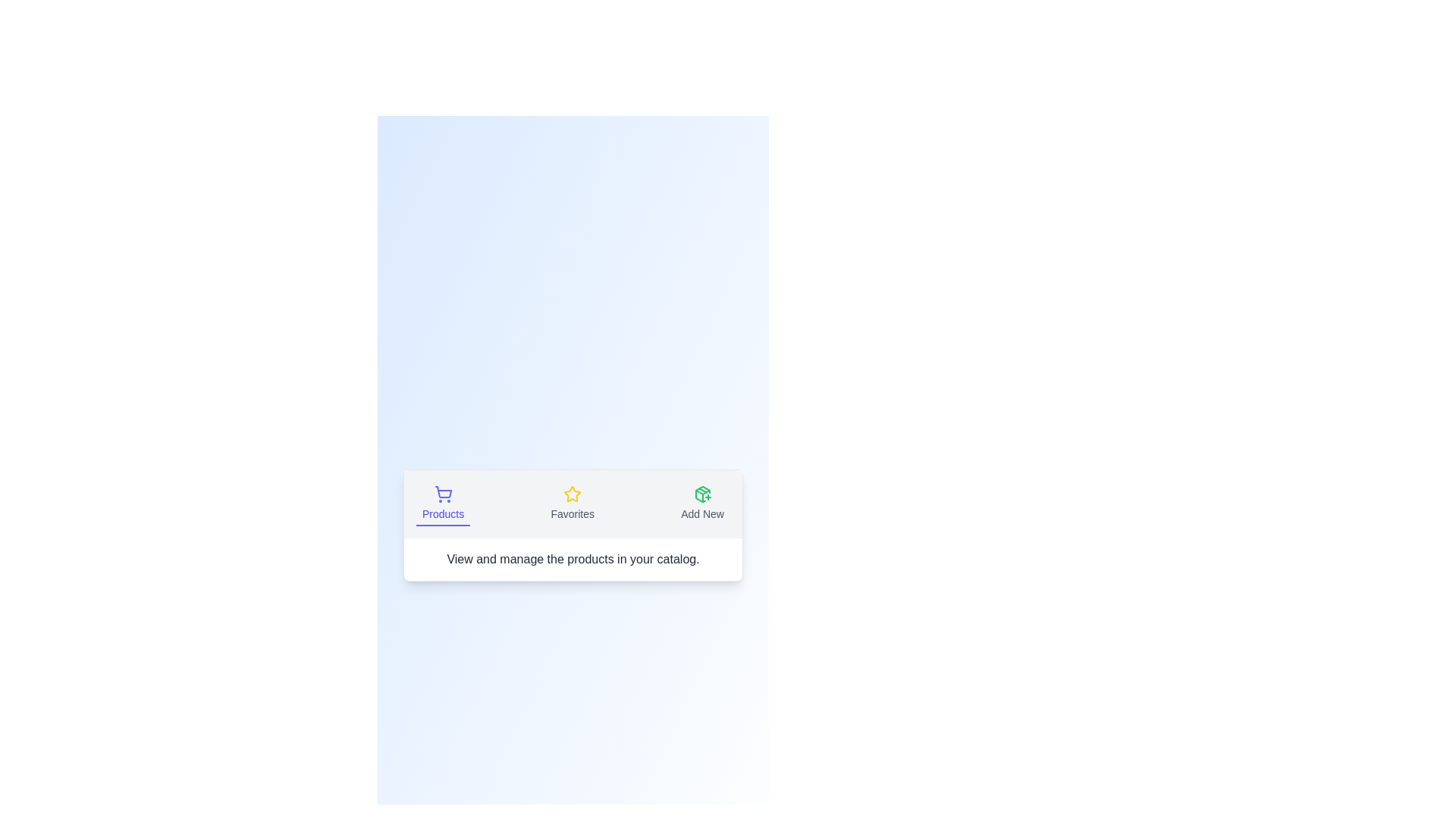 Image resolution: width=1456 pixels, height=819 pixels. I want to click on the Add New tab, so click(701, 504).